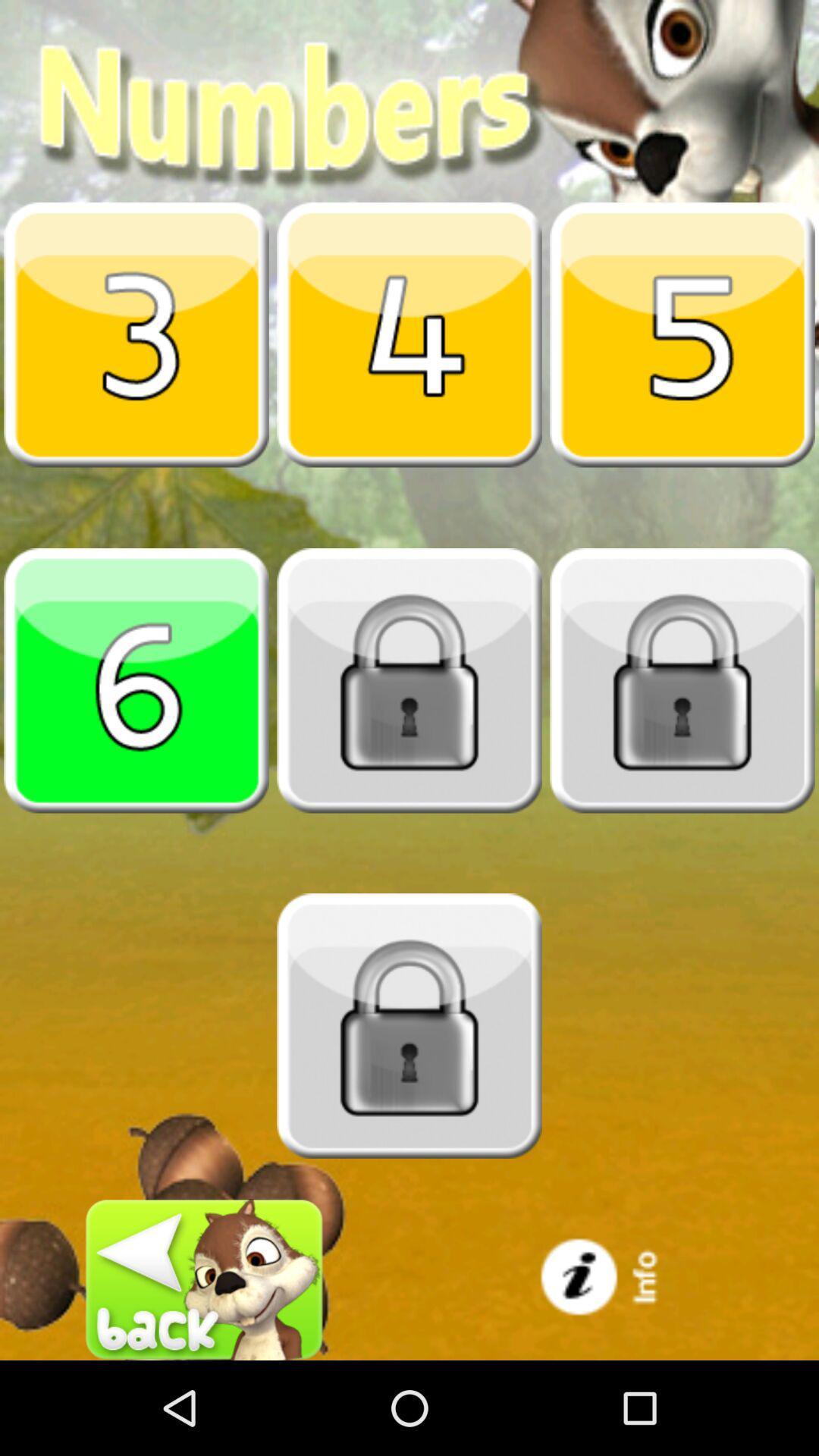  What do you see at coordinates (409, 679) in the screenshot?
I see `unlock the next number` at bounding box center [409, 679].